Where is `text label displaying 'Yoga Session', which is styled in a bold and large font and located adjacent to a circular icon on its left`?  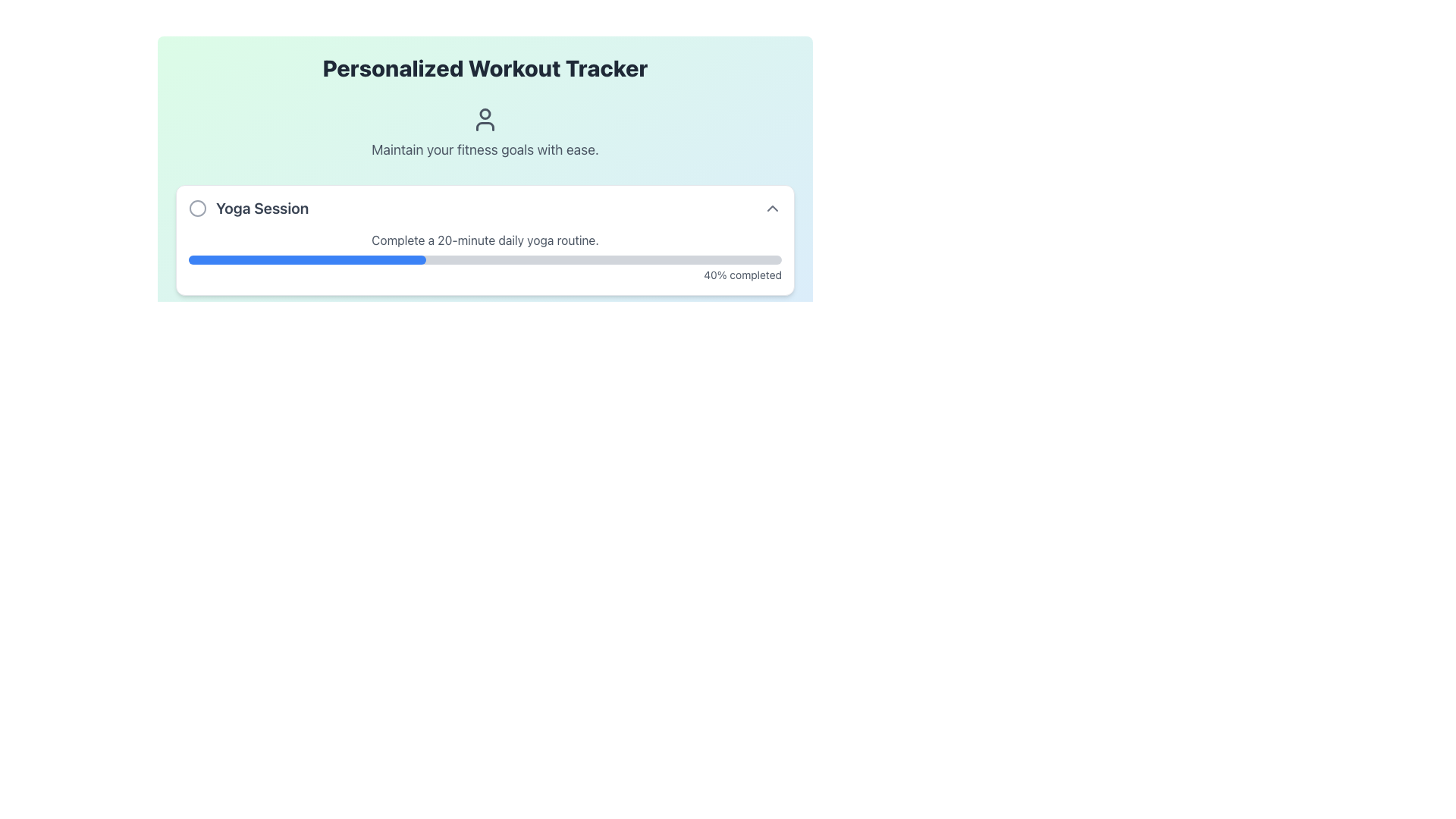
text label displaying 'Yoga Session', which is styled in a bold and large font and located adjacent to a circular icon on its left is located at coordinates (249, 208).